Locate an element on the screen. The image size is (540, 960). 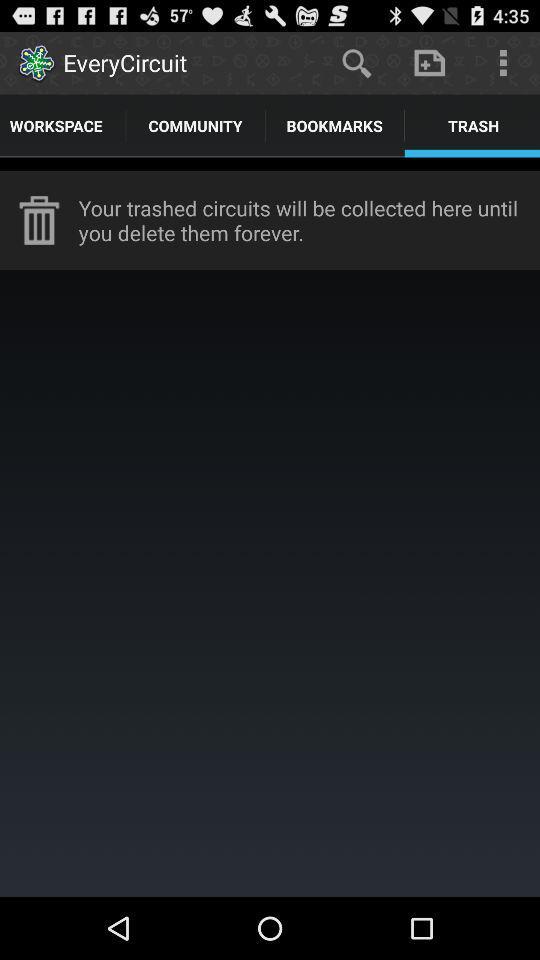
item above the trash is located at coordinates (428, 62).